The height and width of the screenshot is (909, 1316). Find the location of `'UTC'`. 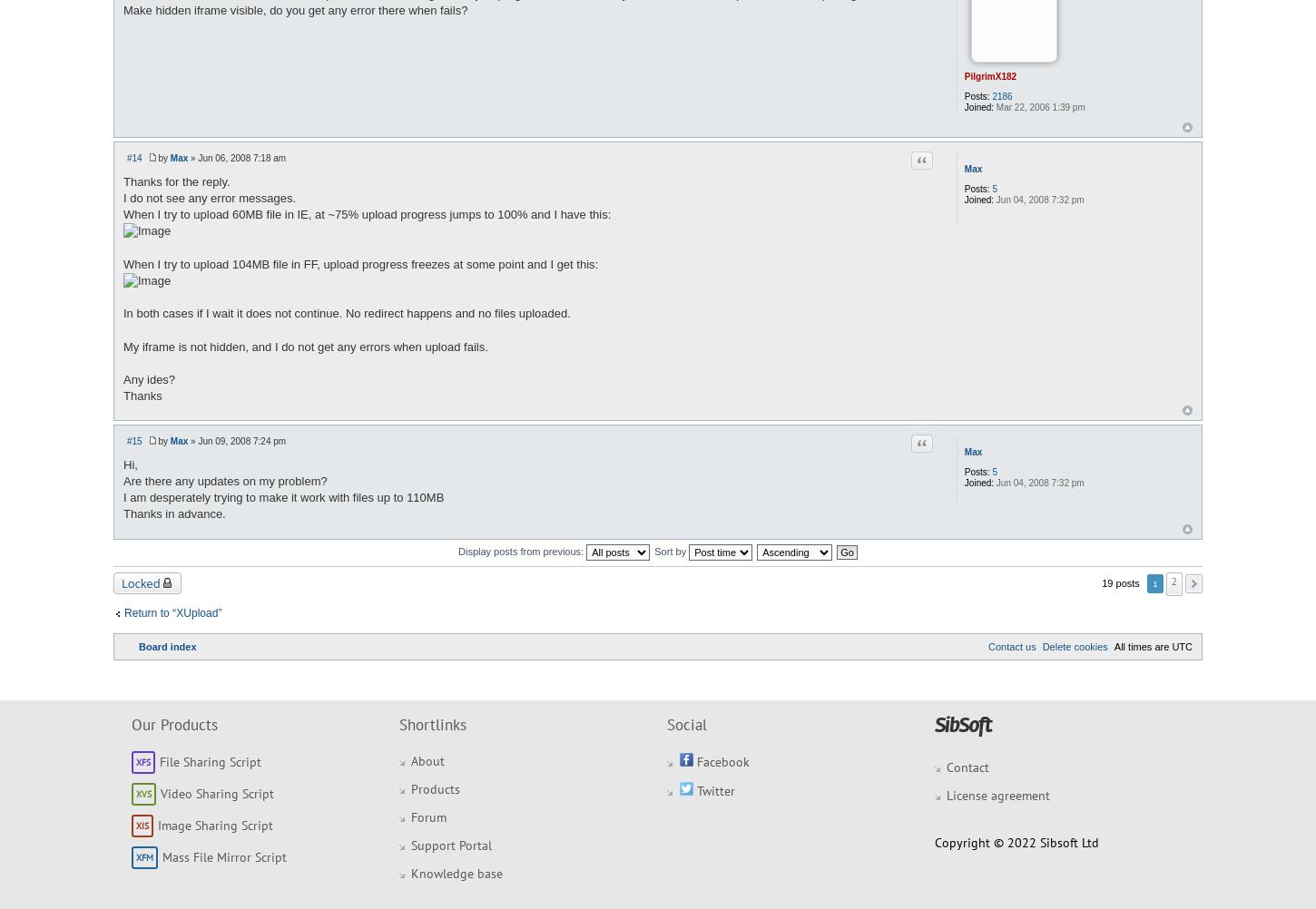

'UTC' is located at coordinates (1171, 646).